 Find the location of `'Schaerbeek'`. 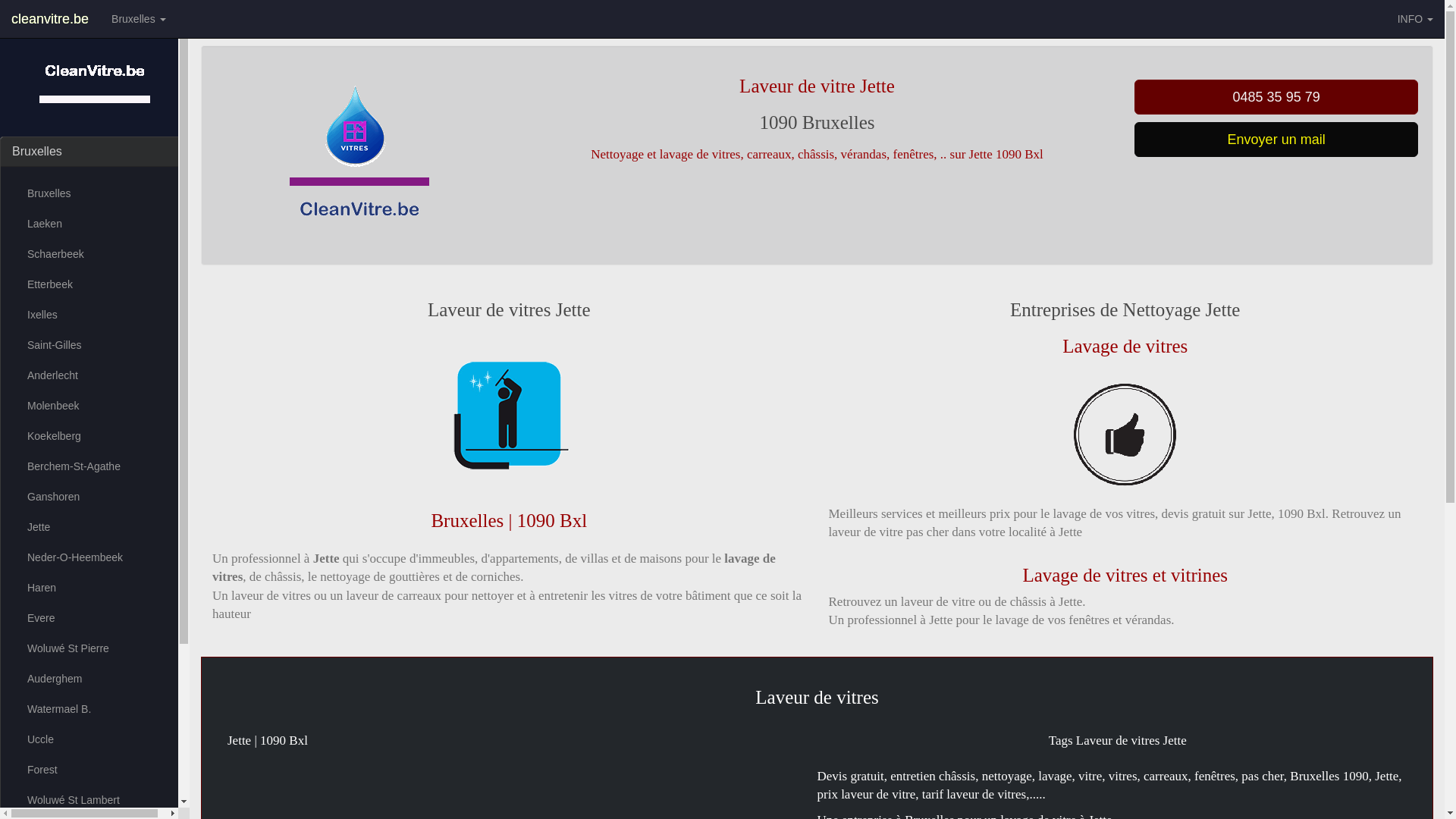

'Schaerbeek' is located at coordinates (11, 253).